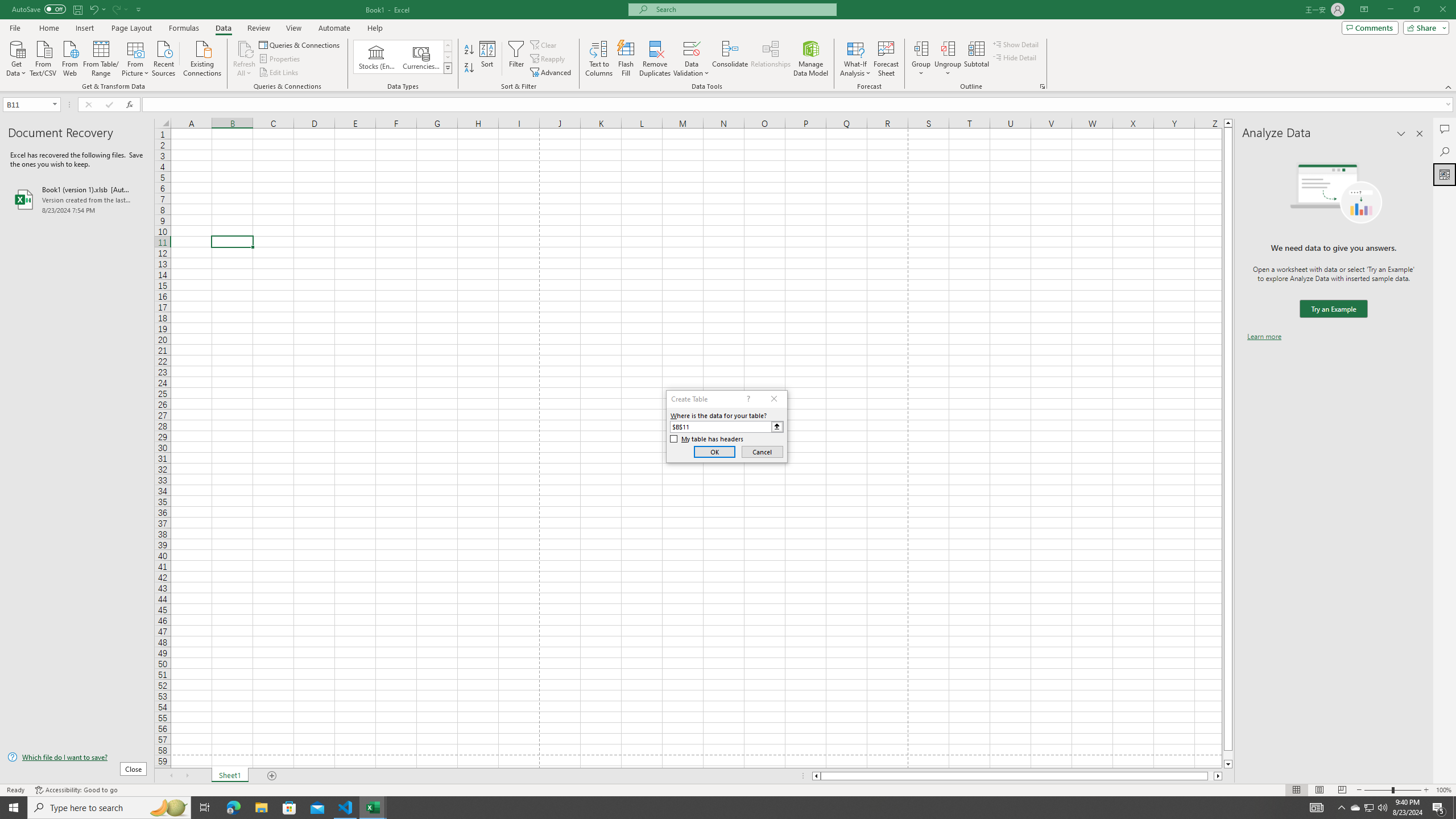 The image size is (1456, 819). Describe the element at coordinates (1444, 174) in the screenshot. I see `'Analyze Data'` at that location.